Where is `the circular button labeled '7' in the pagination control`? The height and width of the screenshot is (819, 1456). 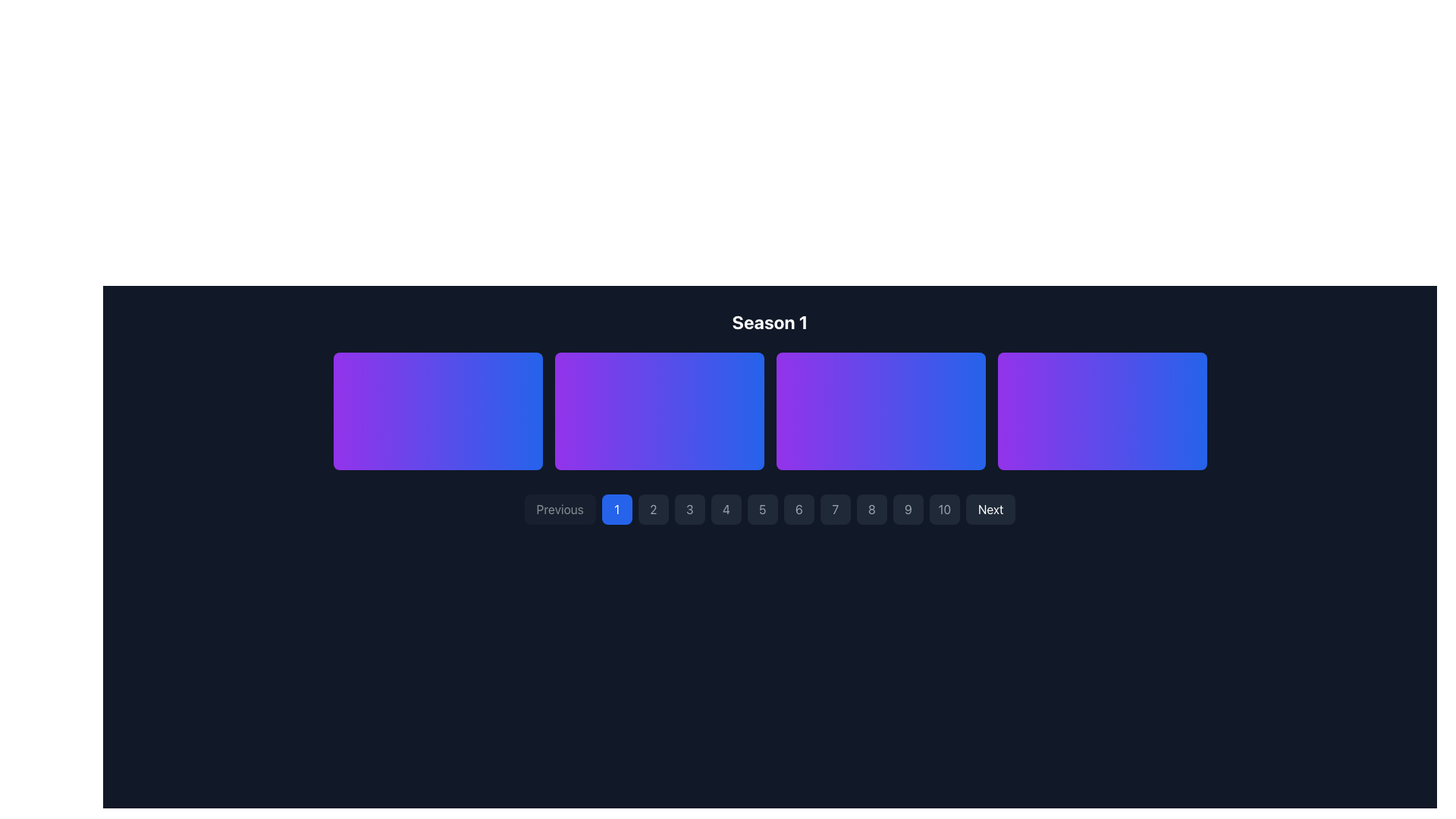
the circular button labeled '7' in the pagination control is located at coordinates (834, 510).